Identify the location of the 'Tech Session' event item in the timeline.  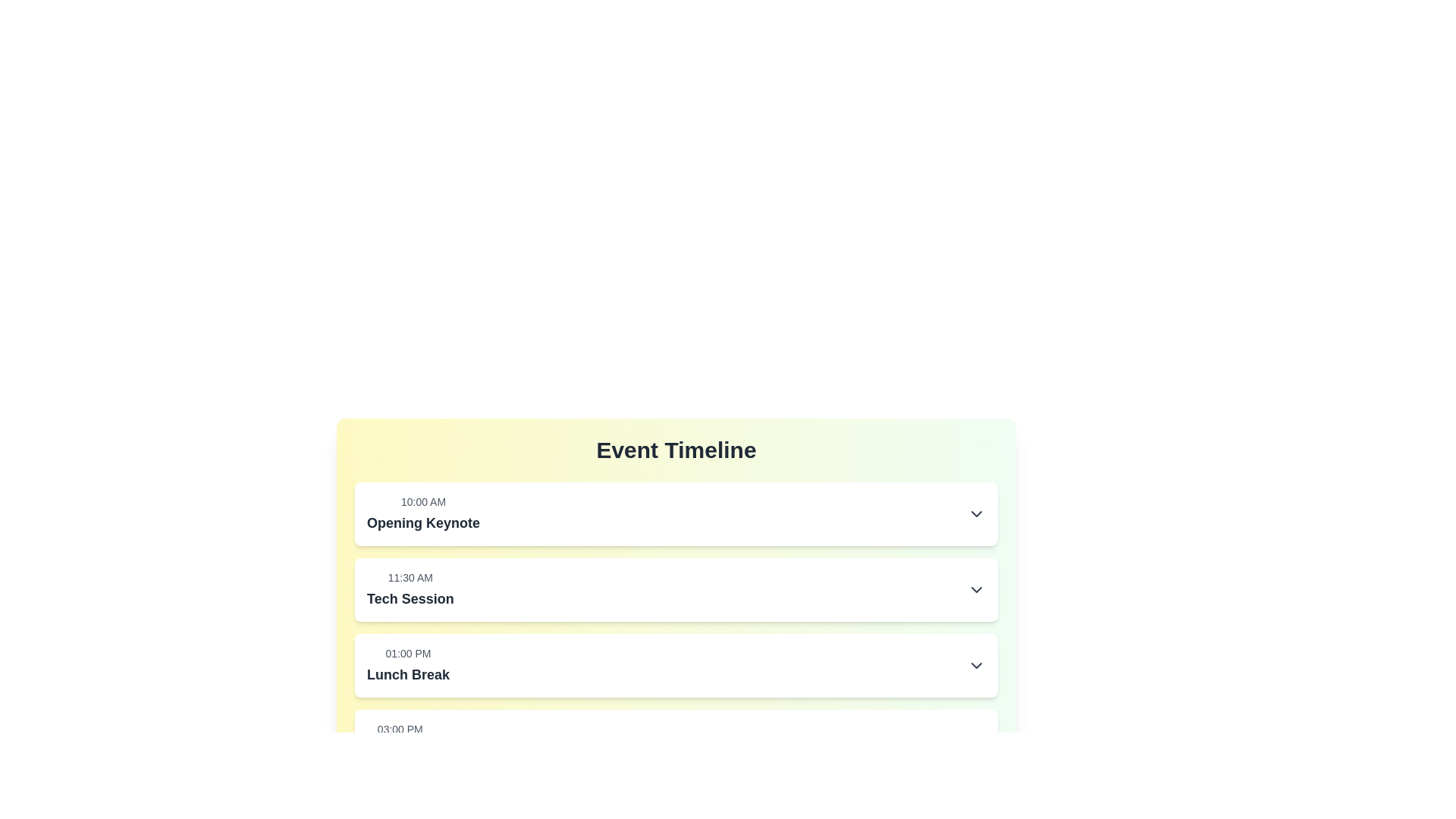
(676, 589).